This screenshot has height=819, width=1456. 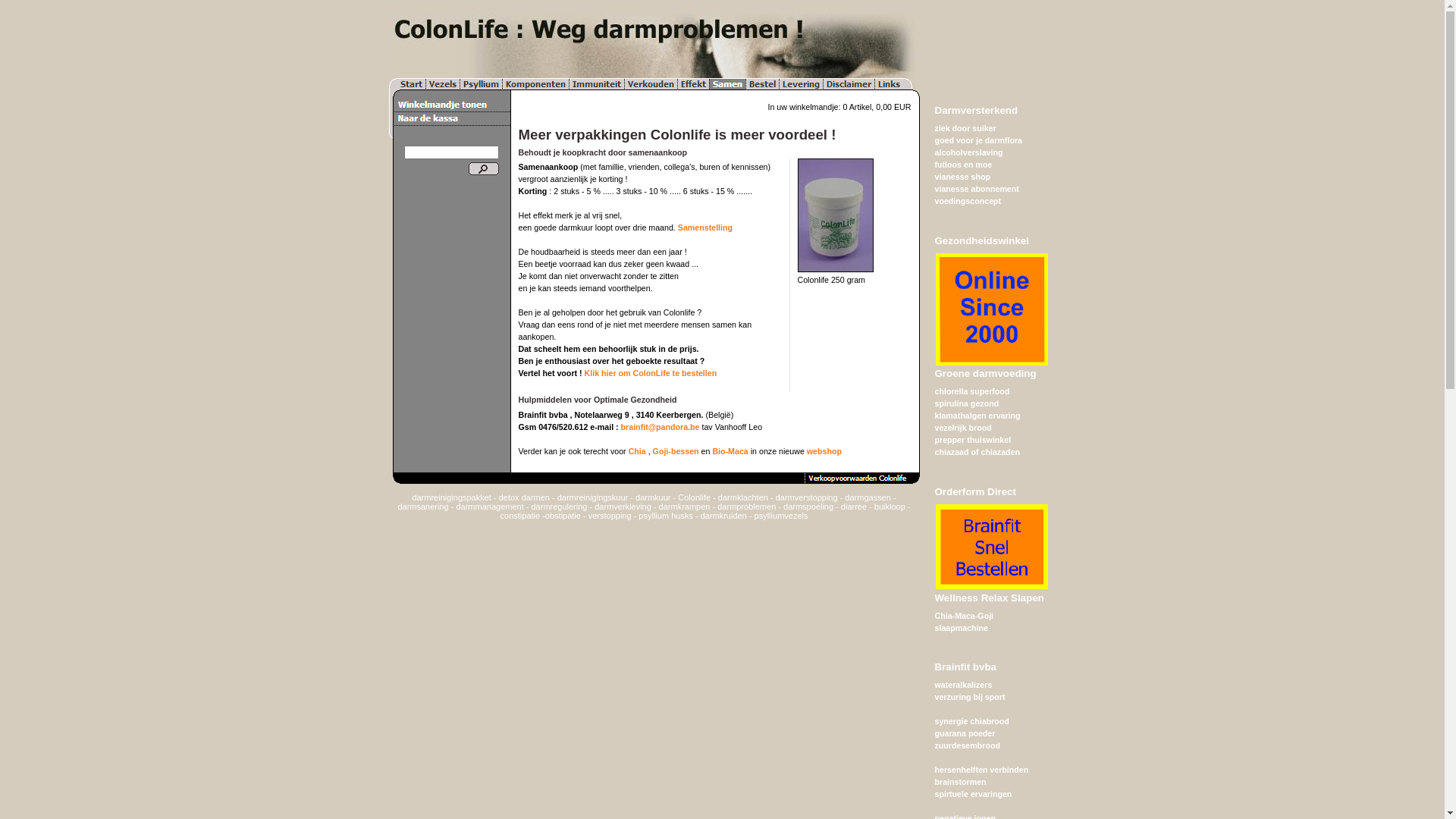 What do you see at coordinates (967, 200) in the screenshot?
I see `'voedingsconcept'` at bounding box center [967, 200].